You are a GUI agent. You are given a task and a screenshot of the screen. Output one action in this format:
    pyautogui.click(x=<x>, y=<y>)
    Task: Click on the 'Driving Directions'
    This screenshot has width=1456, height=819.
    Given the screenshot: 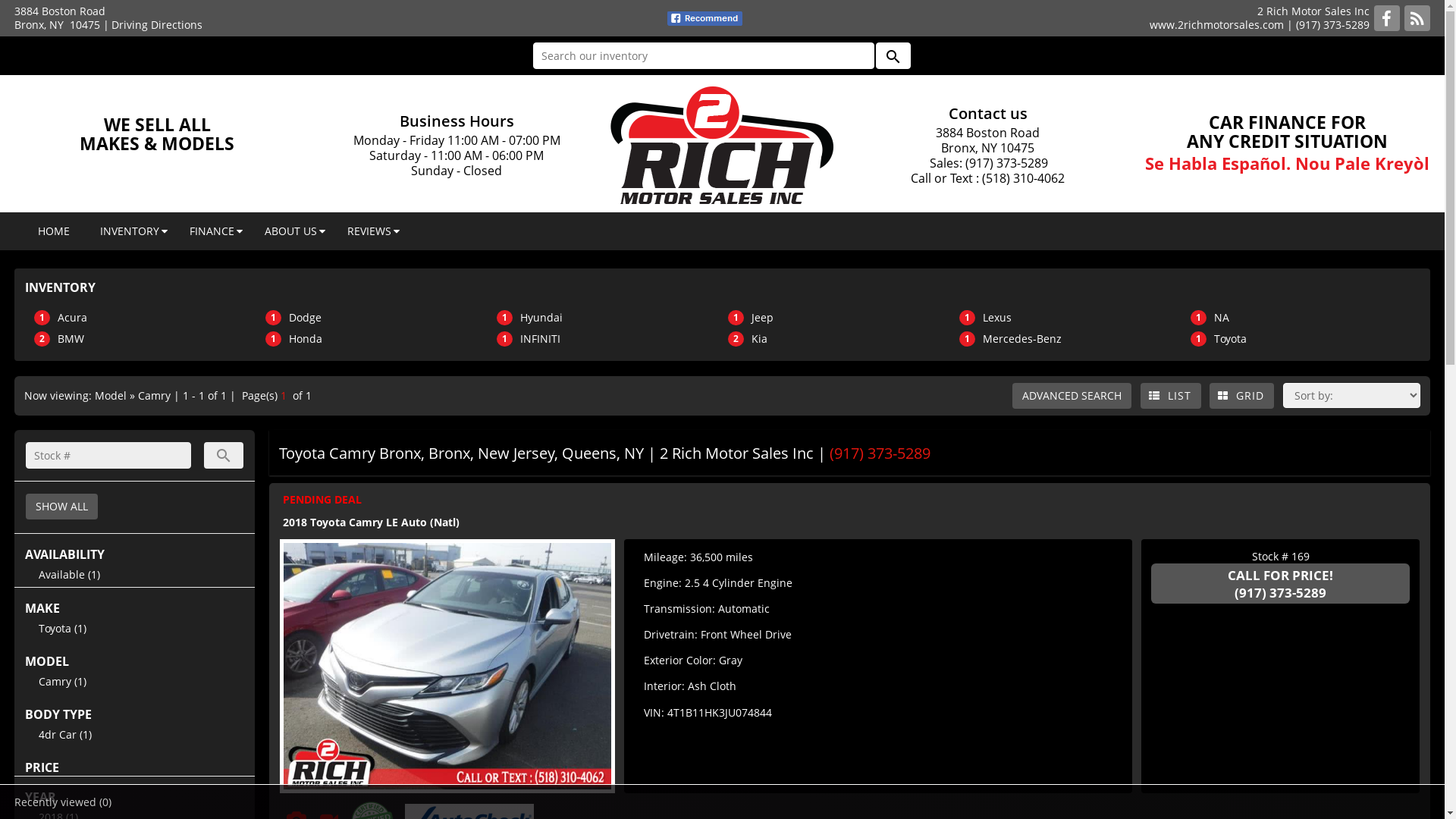 What is the action you would take?
    pyautogui.click(x=111, y=24)
    